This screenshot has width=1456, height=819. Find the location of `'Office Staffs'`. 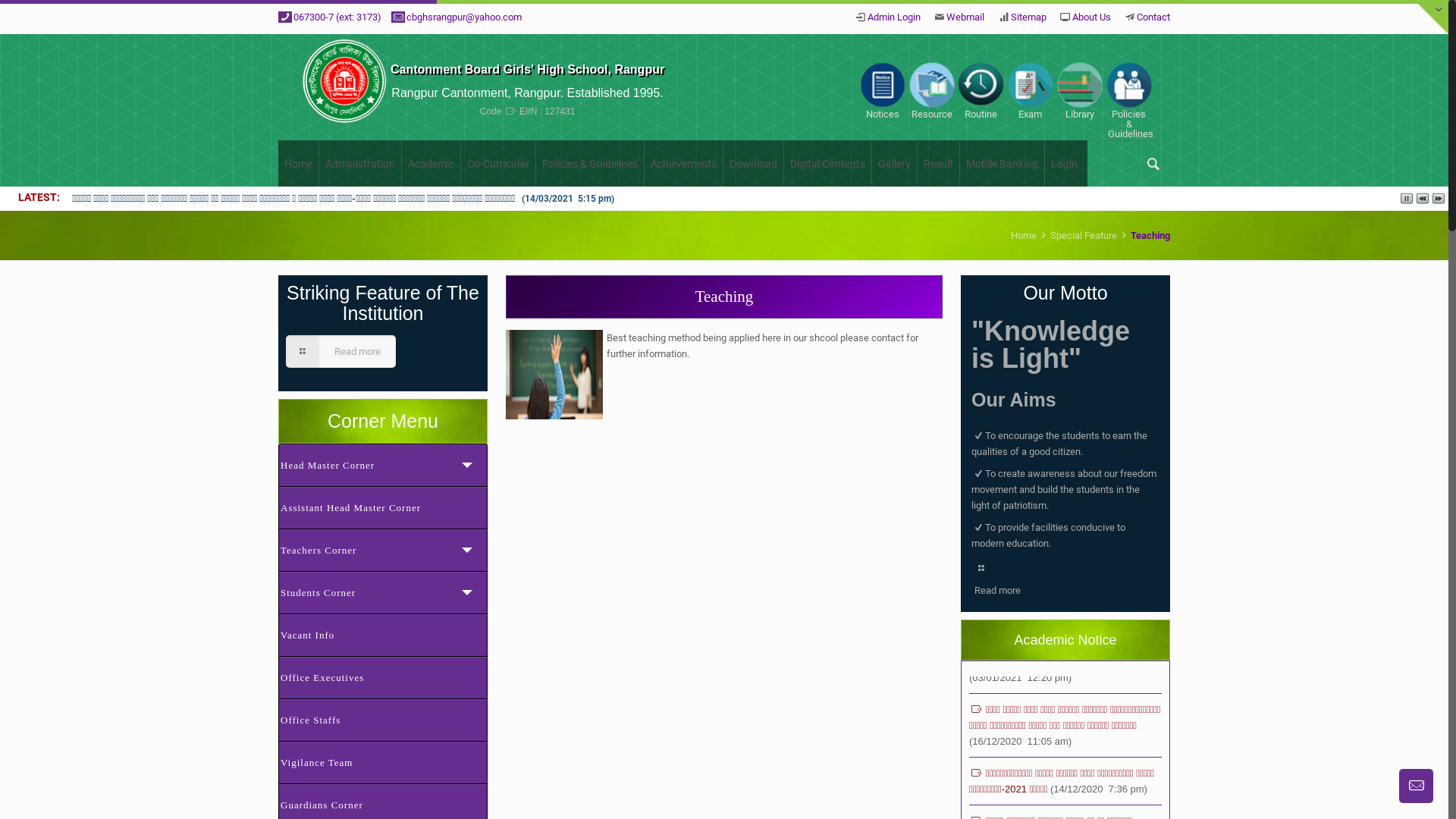

'Office Staffs' is located at coordinates (382, 718).